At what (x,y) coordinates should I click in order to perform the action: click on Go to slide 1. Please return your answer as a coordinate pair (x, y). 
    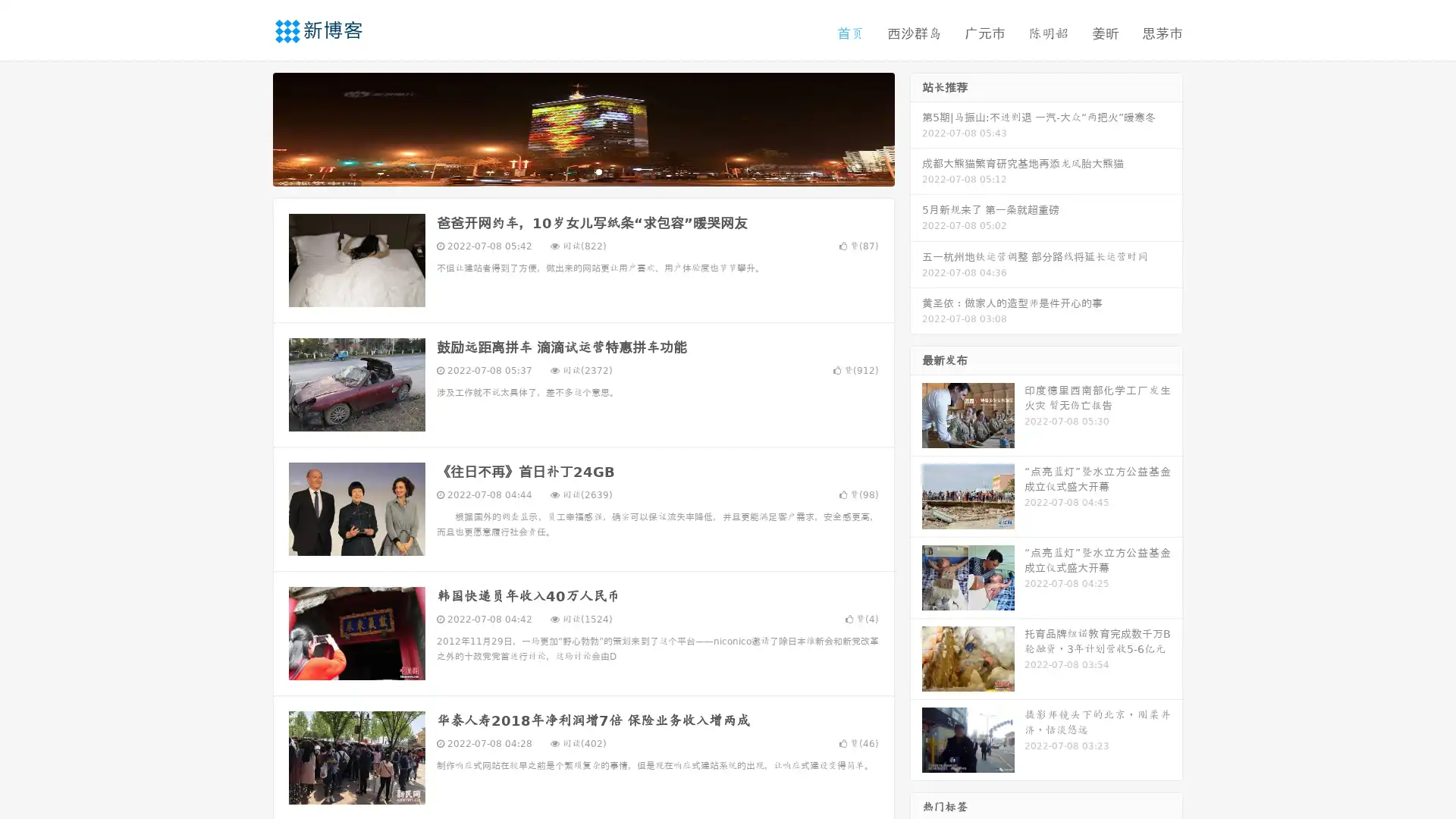
    Looking at the image, I should click on (567, 171).